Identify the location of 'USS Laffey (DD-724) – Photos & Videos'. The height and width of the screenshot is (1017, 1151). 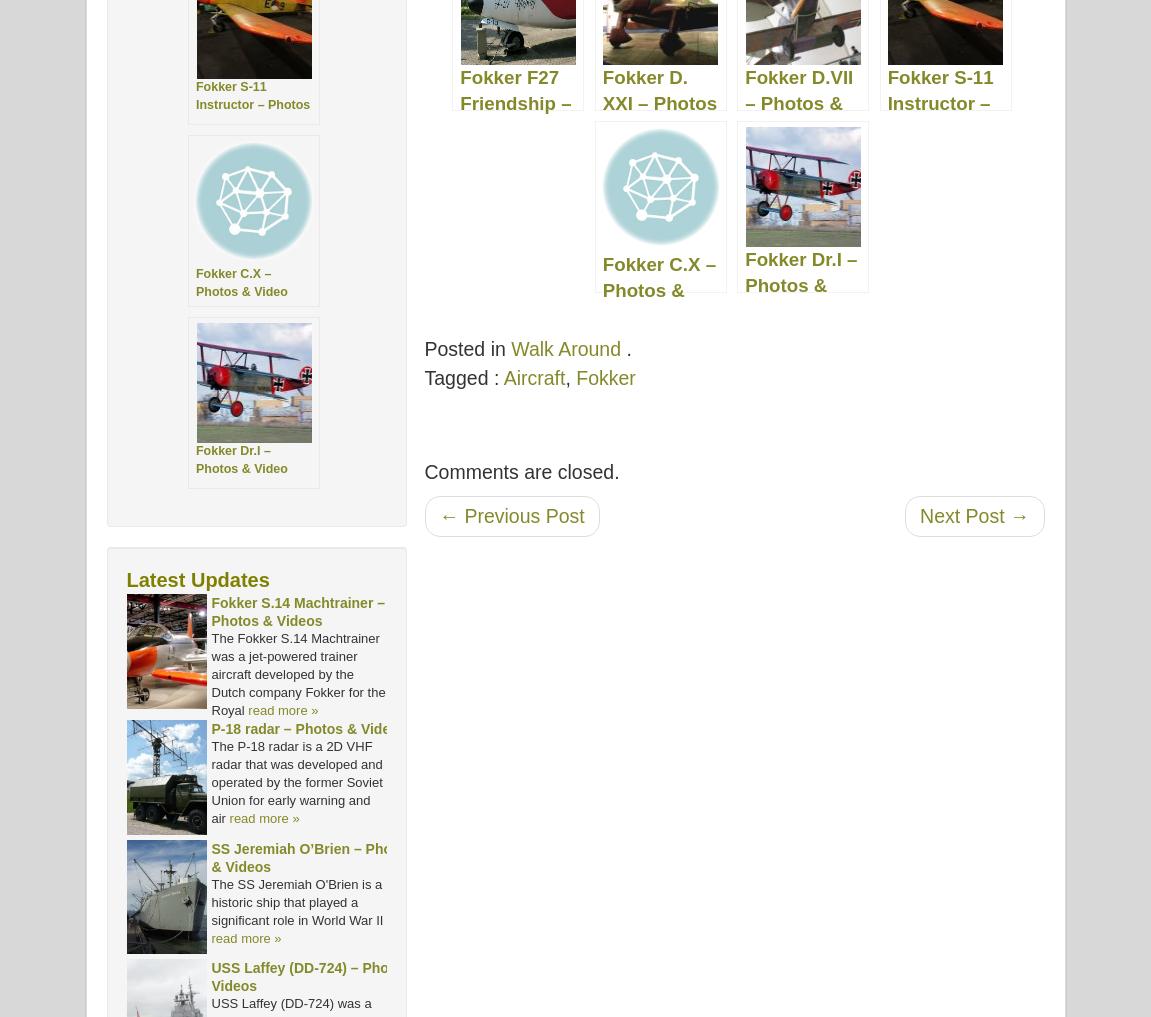
(316, 976).